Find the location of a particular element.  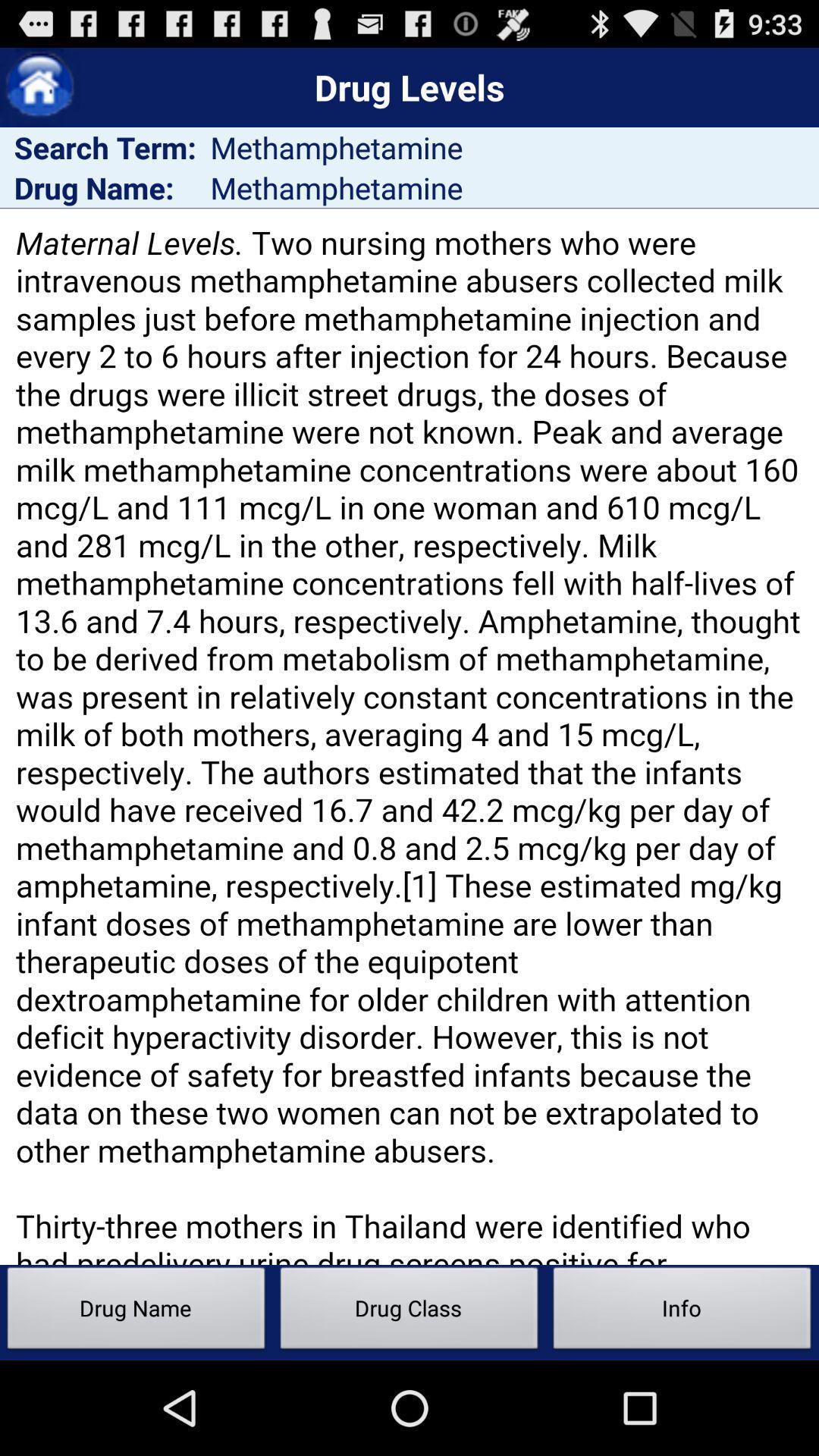

the home icon is located at coordinates (39, 93).